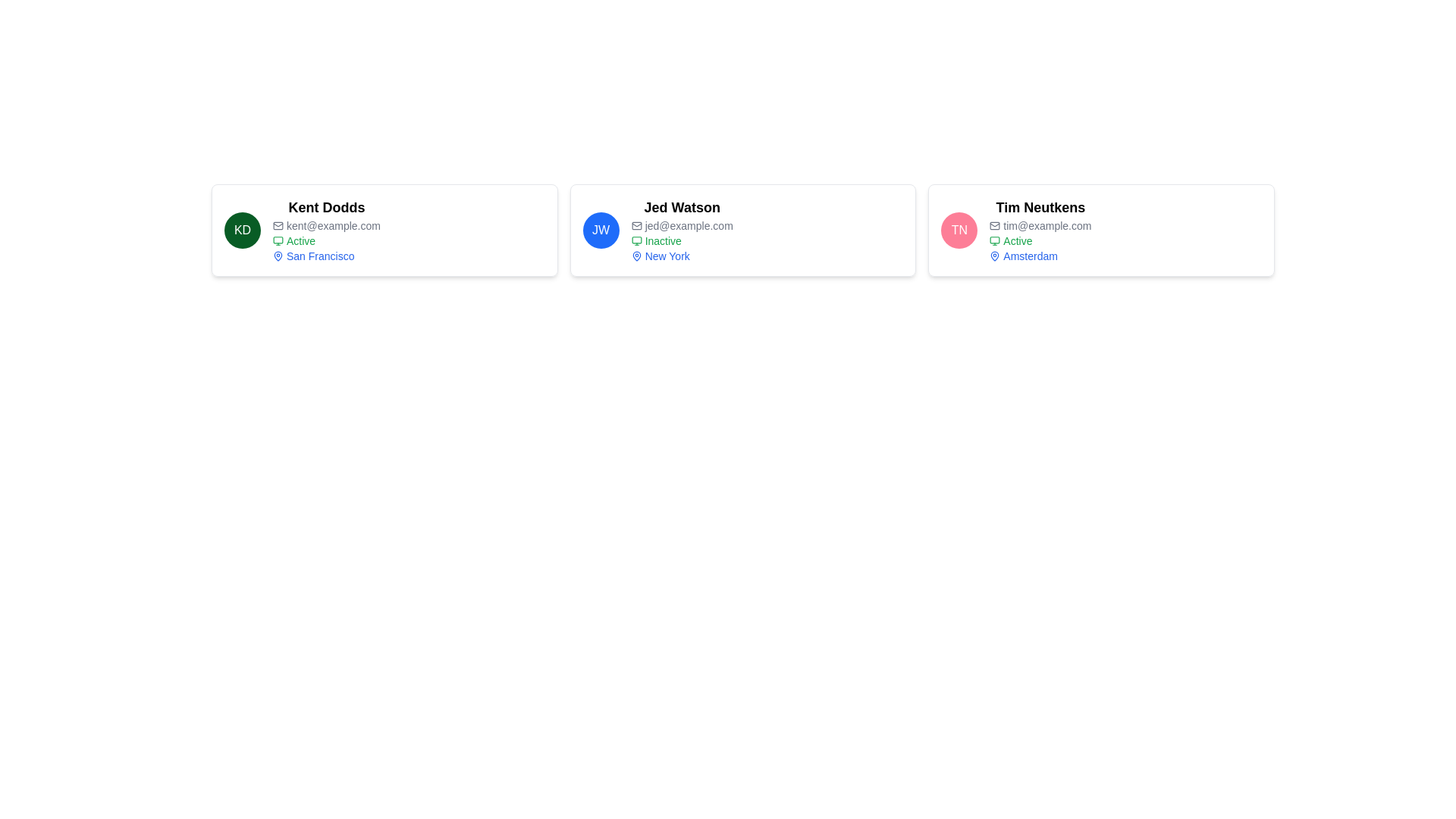 The image size is (1456, 819). What do you see at coordinates (636, 240) in the screenshot?
I see `the status icon indicating 'Inactive' within the middle card of the horizontal list, positioned adjacent to the text` at bounding box center [636, 240].